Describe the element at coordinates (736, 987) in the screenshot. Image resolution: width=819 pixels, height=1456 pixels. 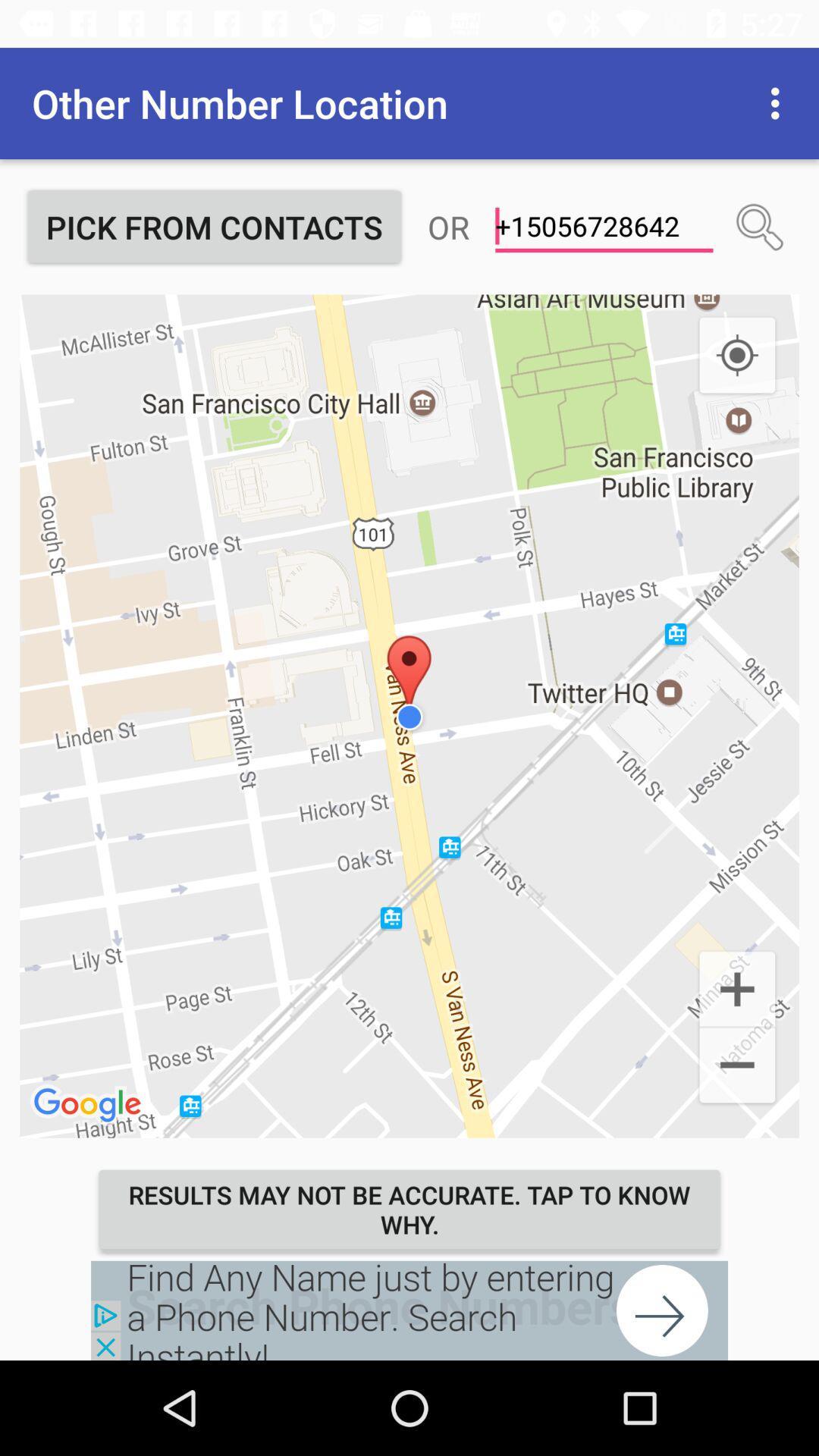
I see `the add icon` at that location.